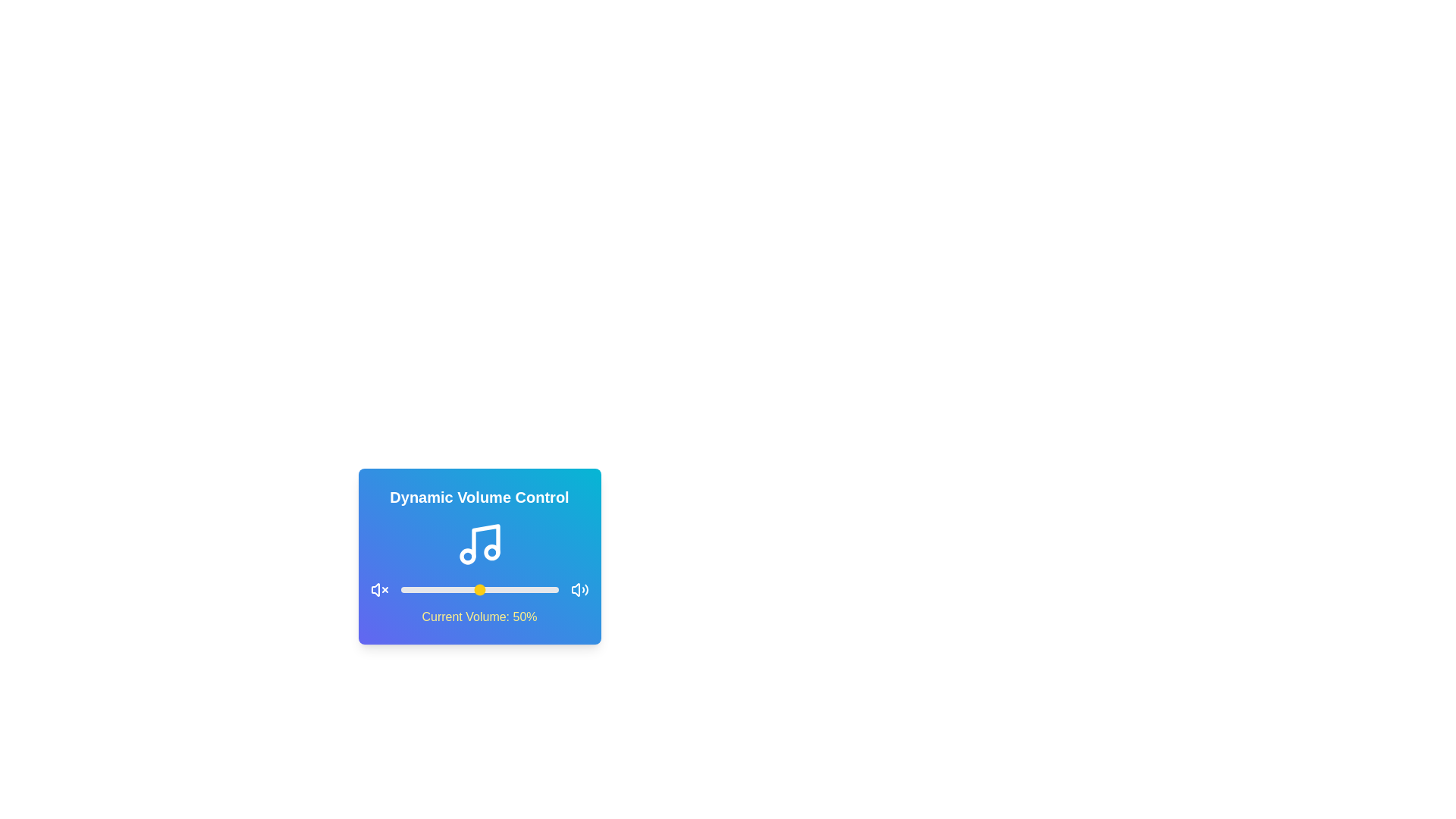 The width and height of the screenshot is (1456, 819). What do you see at coordinates (406, 589) in the screenshot?
I see `the volume to 4% by adjusting the slider` at bounding box center [406, 589].